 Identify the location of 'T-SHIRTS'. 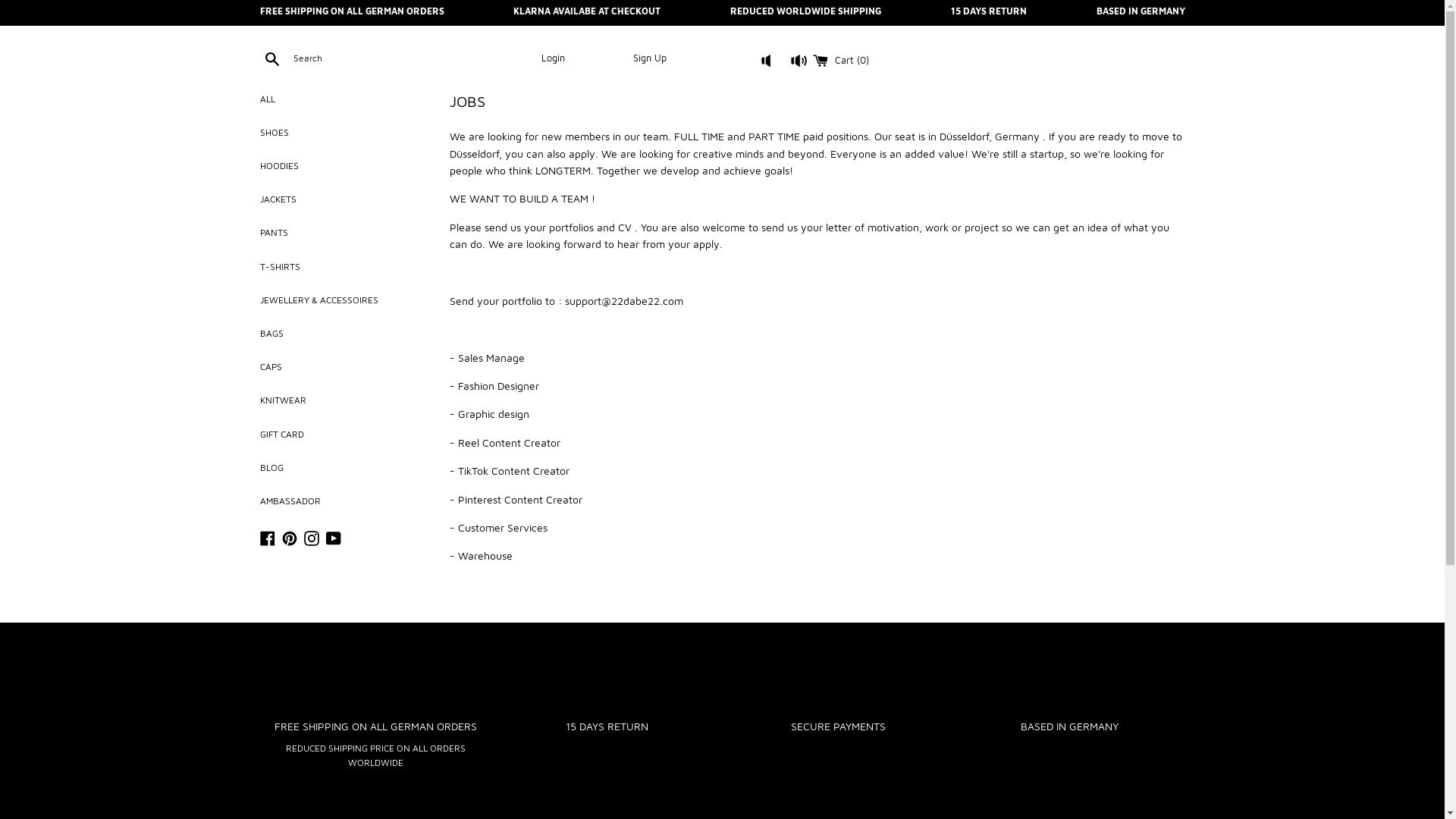
(259, 265).